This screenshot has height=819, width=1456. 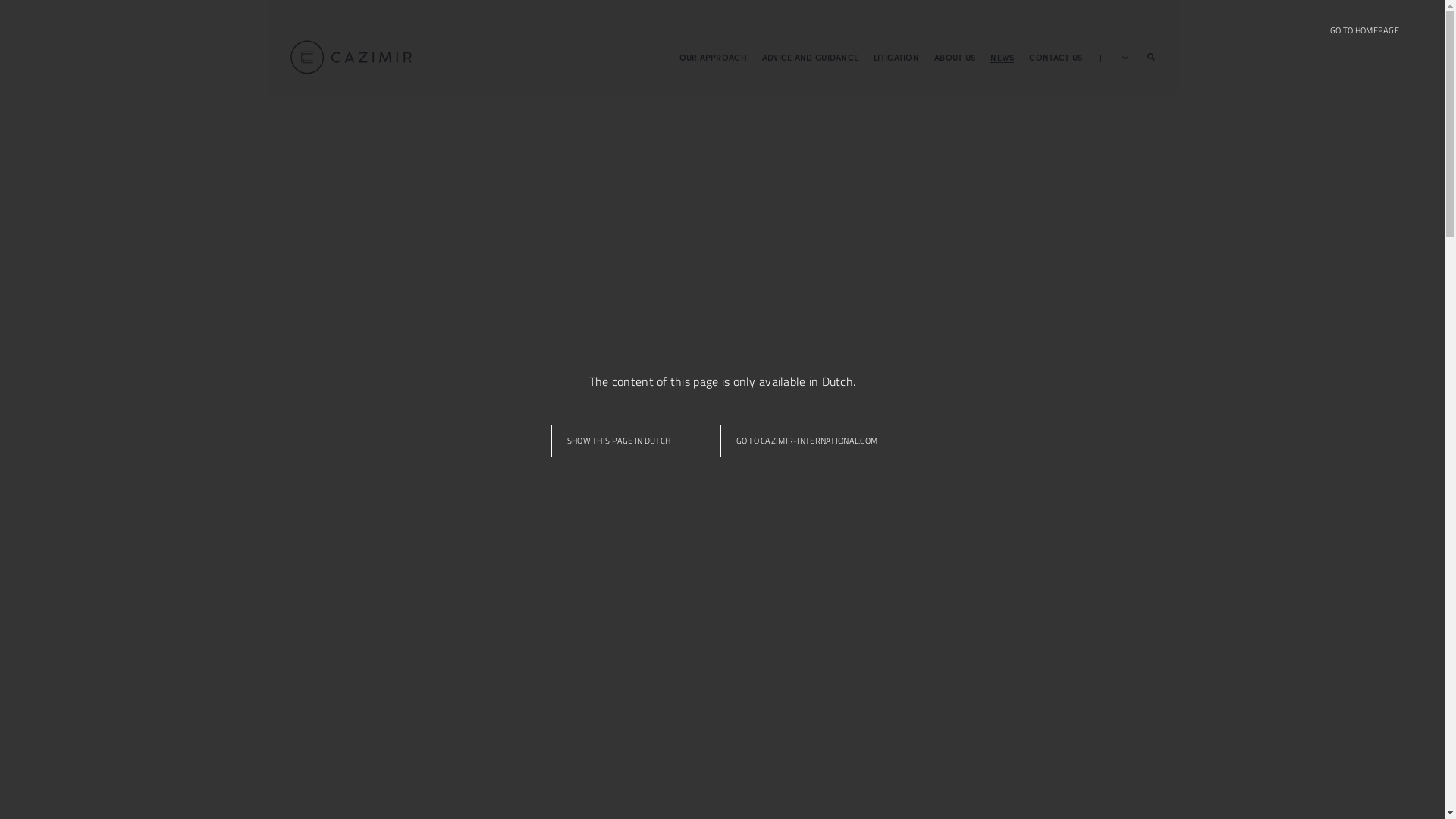 I want to click on 'NEWS', so click(x=1002, y=55).